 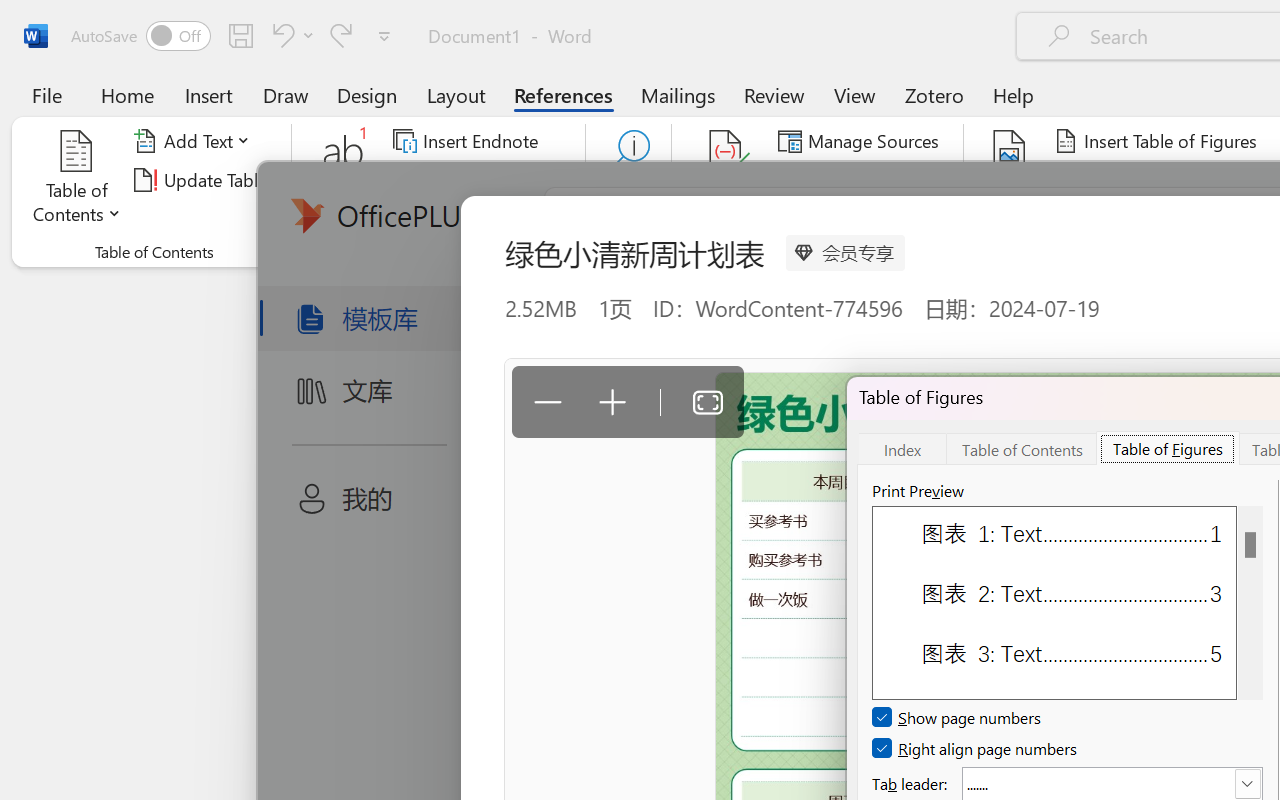 What do you see at coordinates (344, 179) in the screenshot?
I see `'Insert Footnote'` at bounding box center [344, 179].